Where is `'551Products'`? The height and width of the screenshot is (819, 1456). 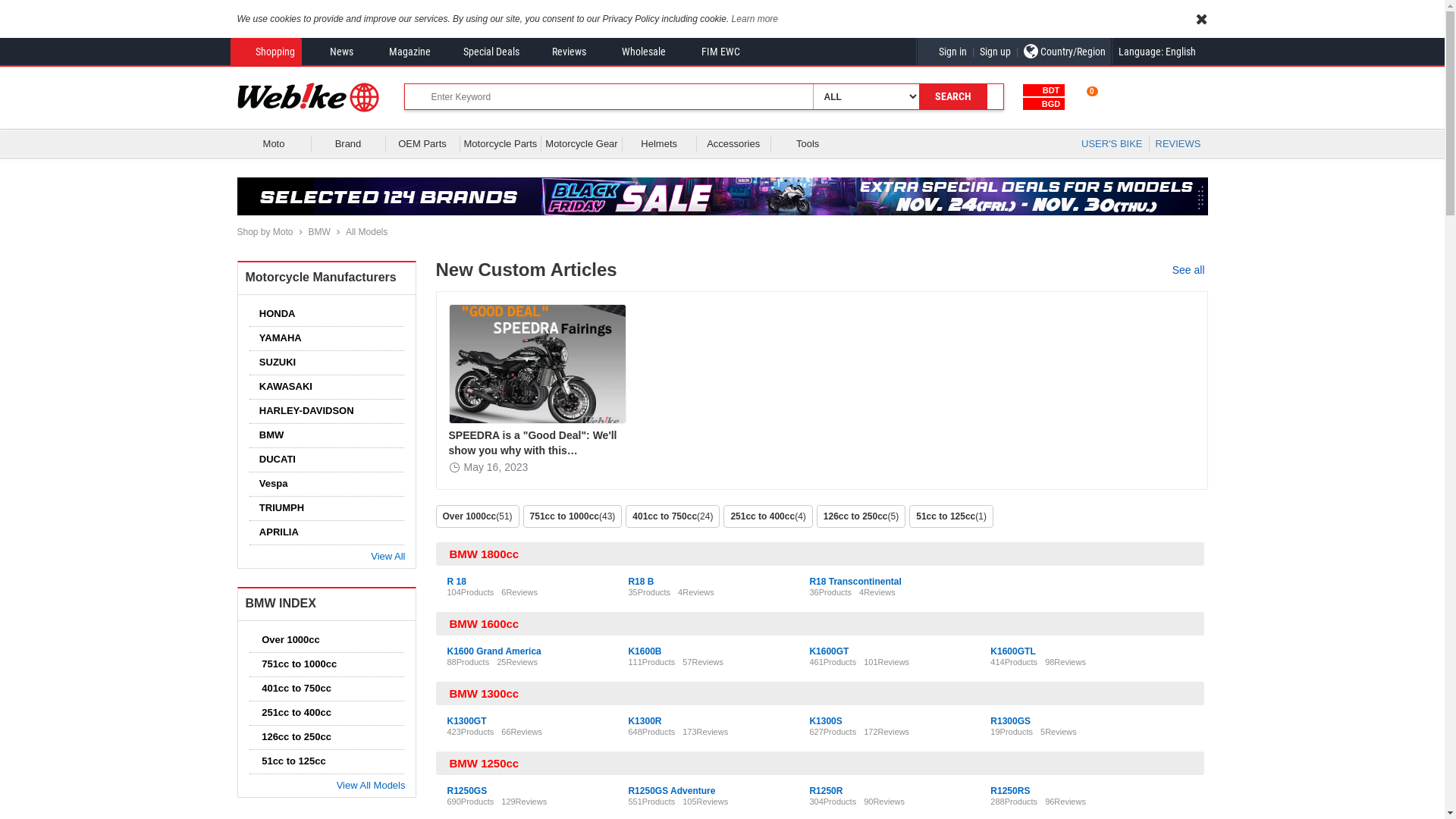 '551Products' is located at coordinates (651, 800).